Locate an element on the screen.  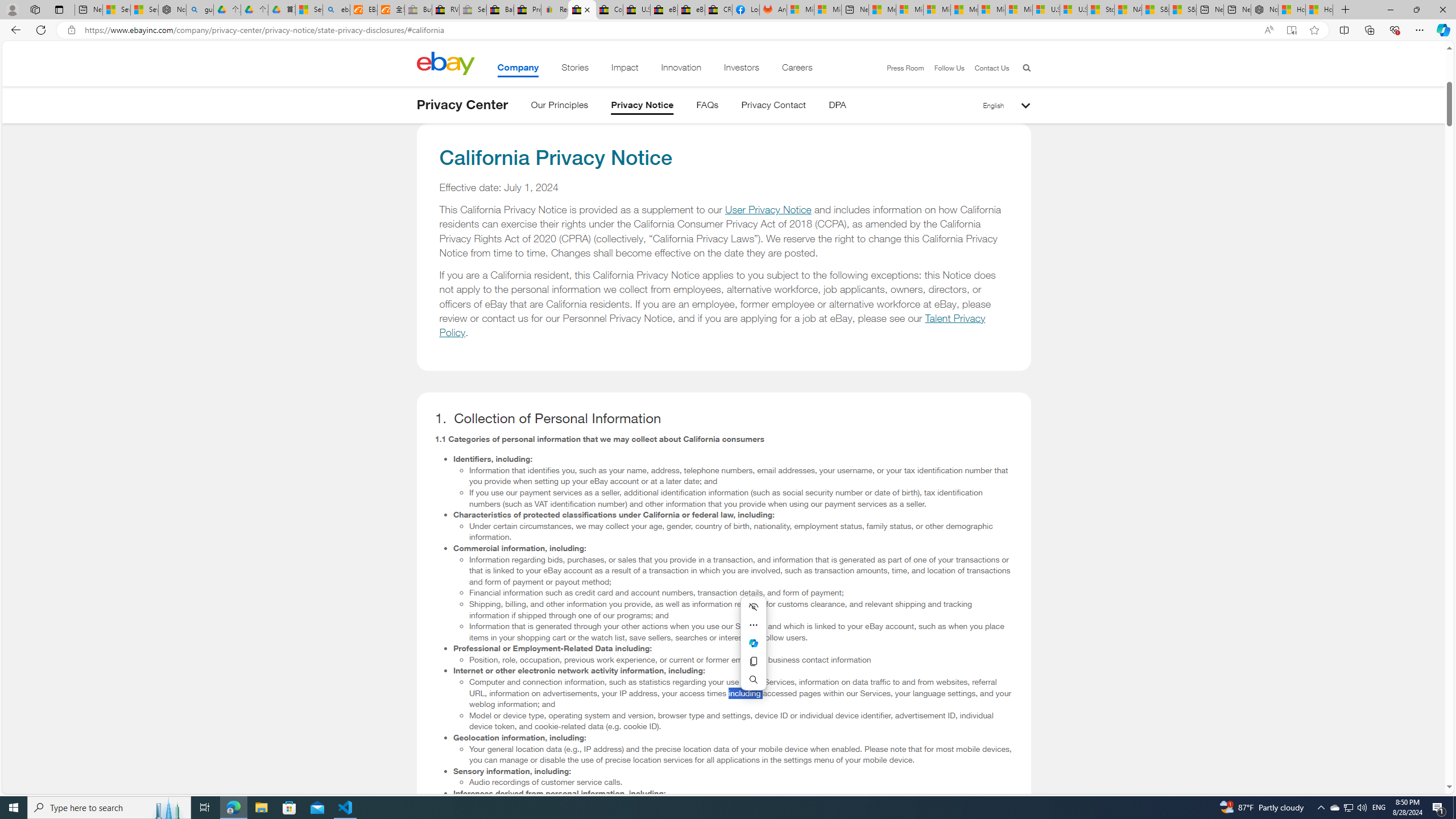
'Address and search bar' is located at coordinates (669, 30).